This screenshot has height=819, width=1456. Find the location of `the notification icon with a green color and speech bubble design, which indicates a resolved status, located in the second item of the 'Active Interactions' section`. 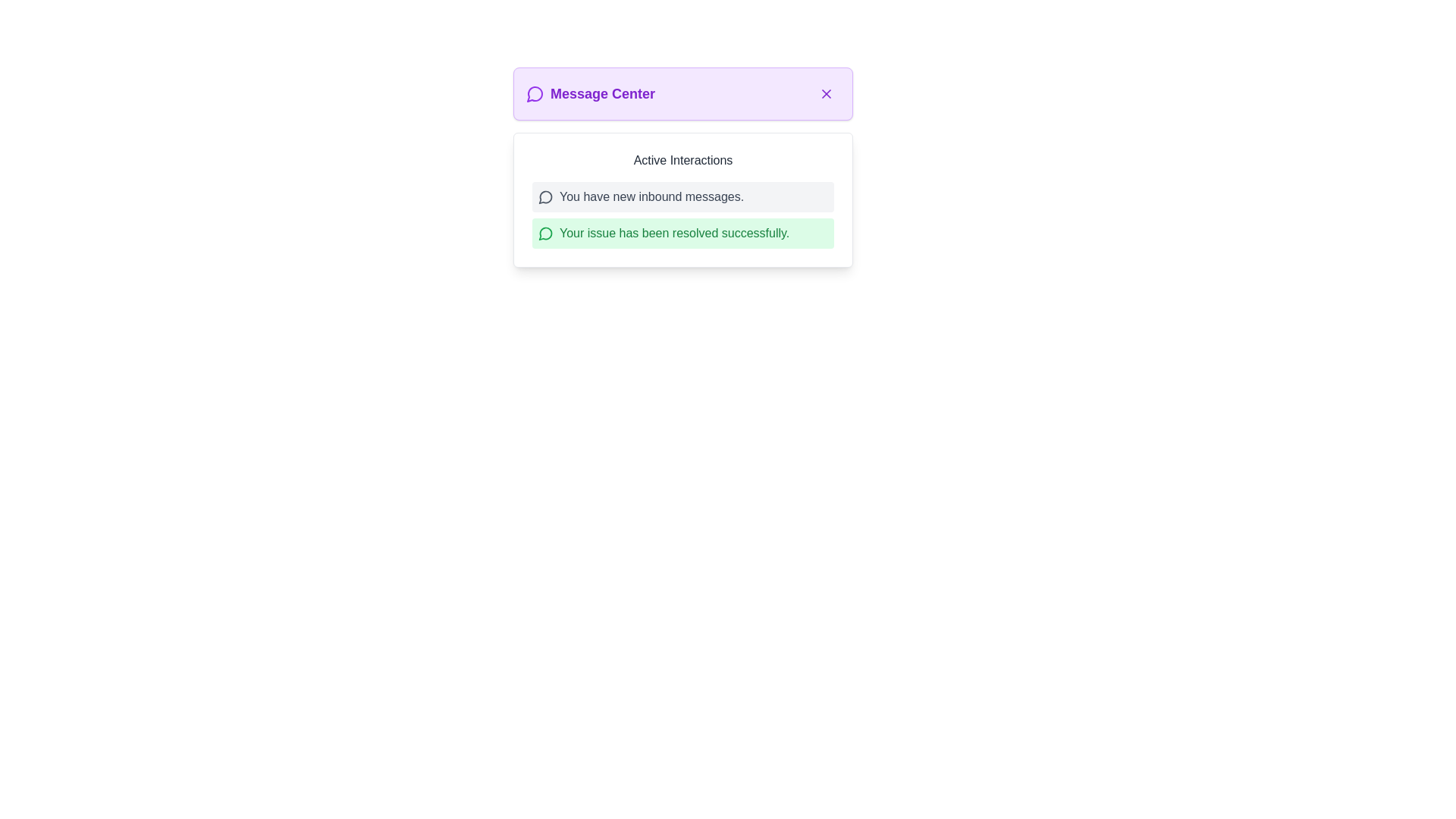

the notification icon with a green color and speech bubble design, which indicates a resolved status, located in the second item of the 'Active Interactions' section is located at coordinates (546, 234).